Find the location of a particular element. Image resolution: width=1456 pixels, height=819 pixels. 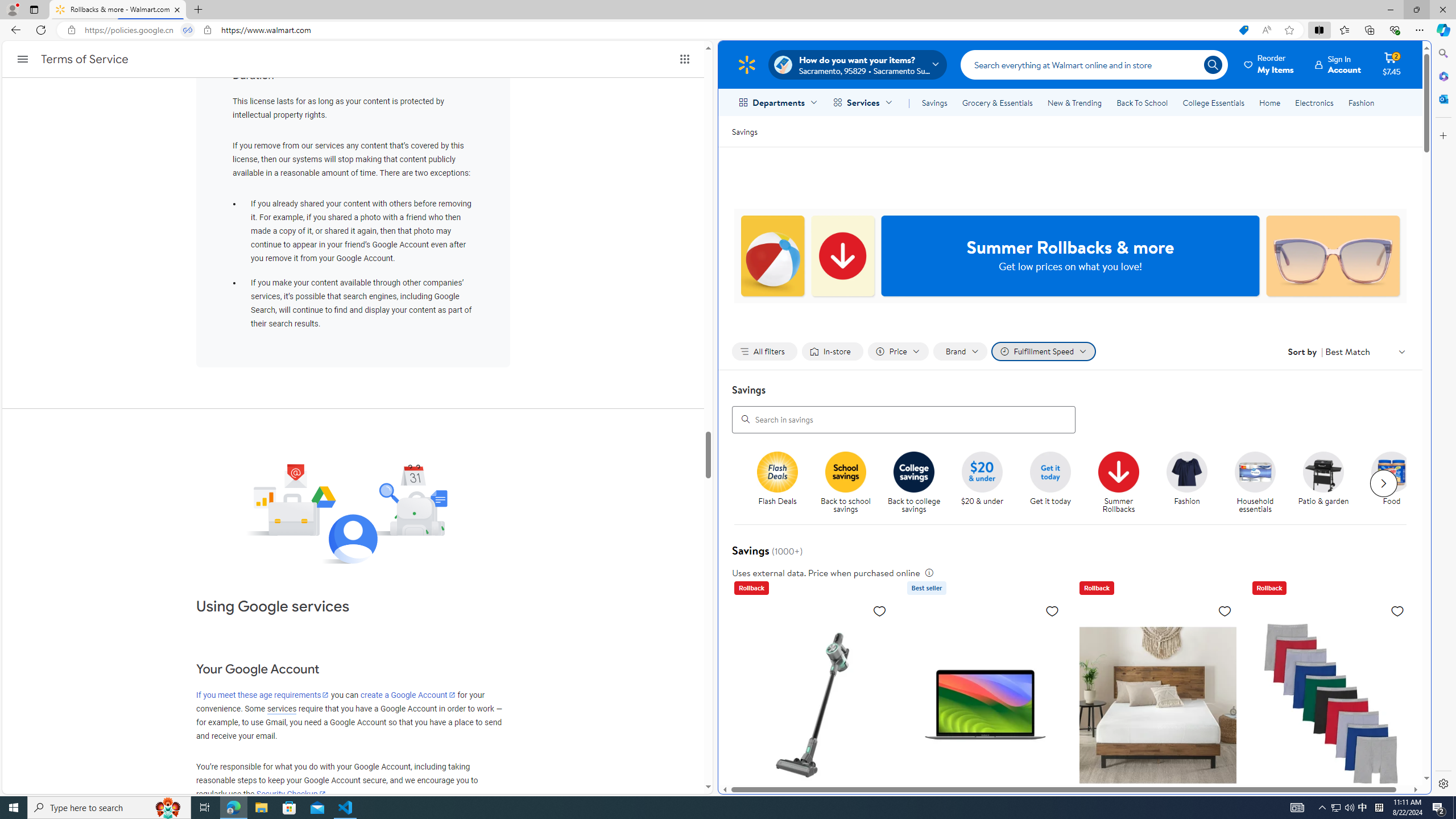

'This site has coupons! Shopping in Microsoft Edge, 7' is located at coordinates (1243, 30).